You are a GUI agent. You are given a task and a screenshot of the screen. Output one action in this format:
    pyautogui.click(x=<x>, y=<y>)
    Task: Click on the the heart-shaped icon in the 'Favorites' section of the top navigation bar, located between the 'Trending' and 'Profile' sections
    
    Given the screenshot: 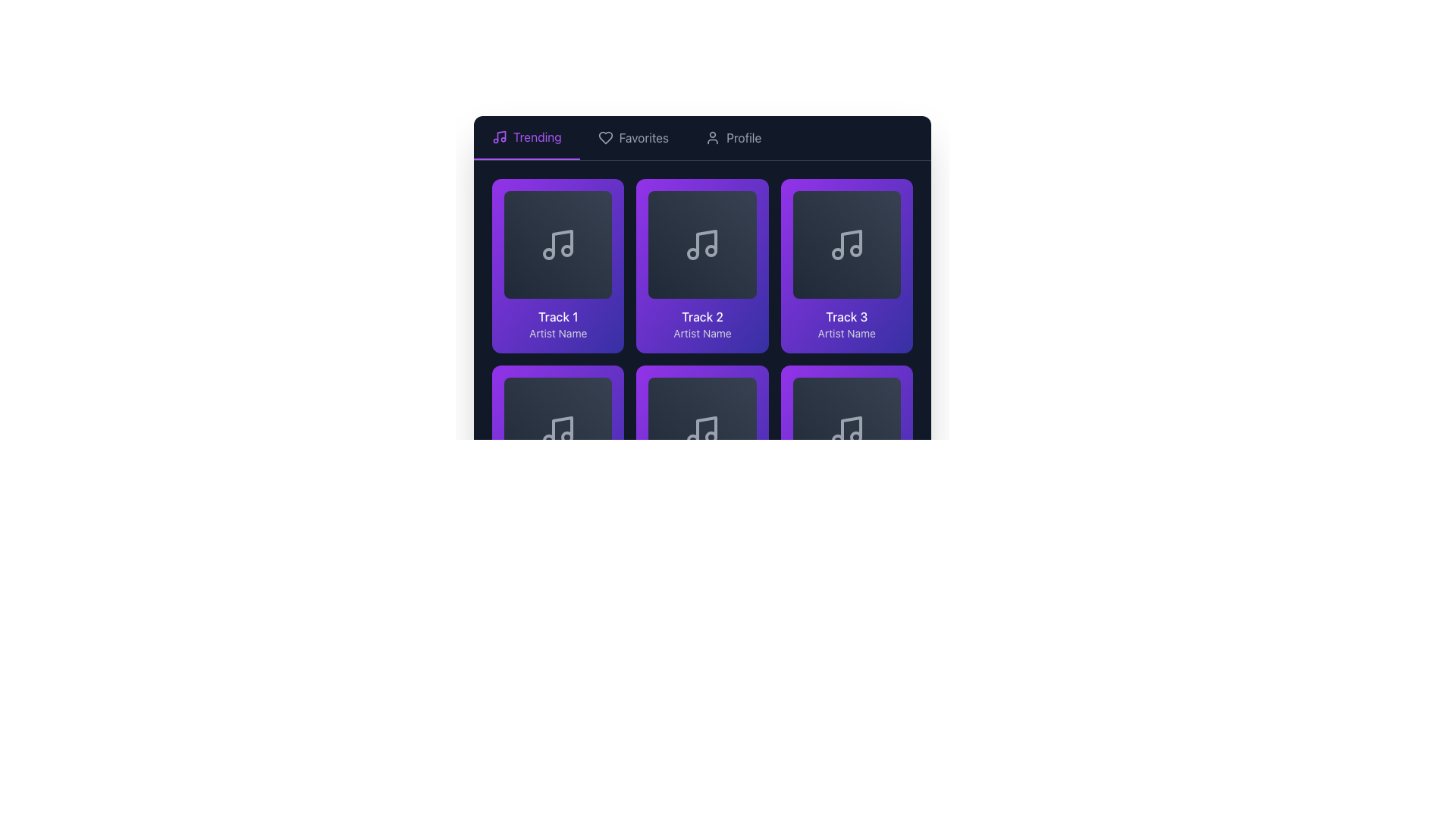 What is the action you would take?
    pyautogui.click(x=604, y=137)
    